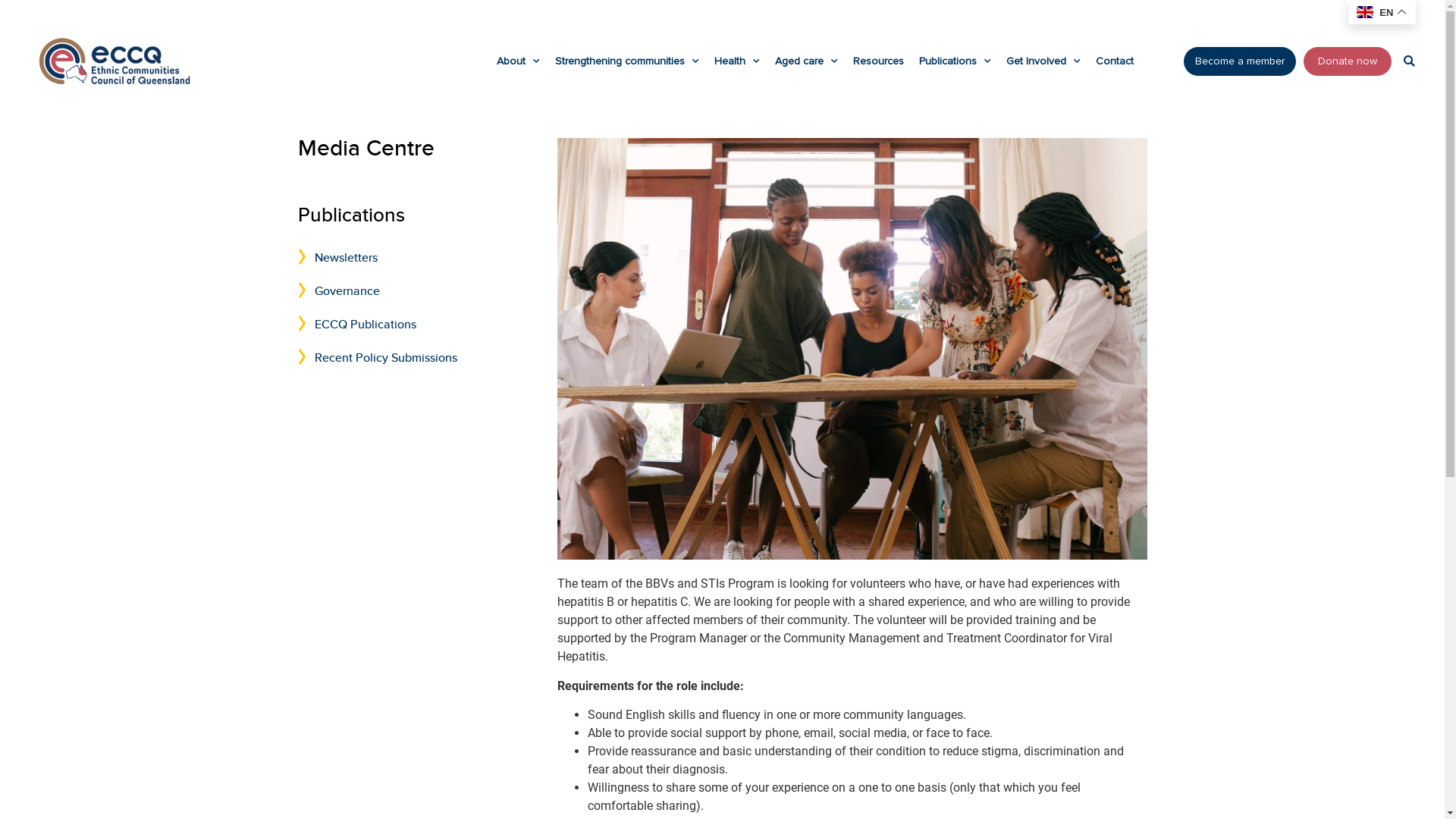 This screenshot has height=819, width=1456. Describe the element at coordinates (1043, 61) in the screenshot. I see `'Get Involved'` at that location.